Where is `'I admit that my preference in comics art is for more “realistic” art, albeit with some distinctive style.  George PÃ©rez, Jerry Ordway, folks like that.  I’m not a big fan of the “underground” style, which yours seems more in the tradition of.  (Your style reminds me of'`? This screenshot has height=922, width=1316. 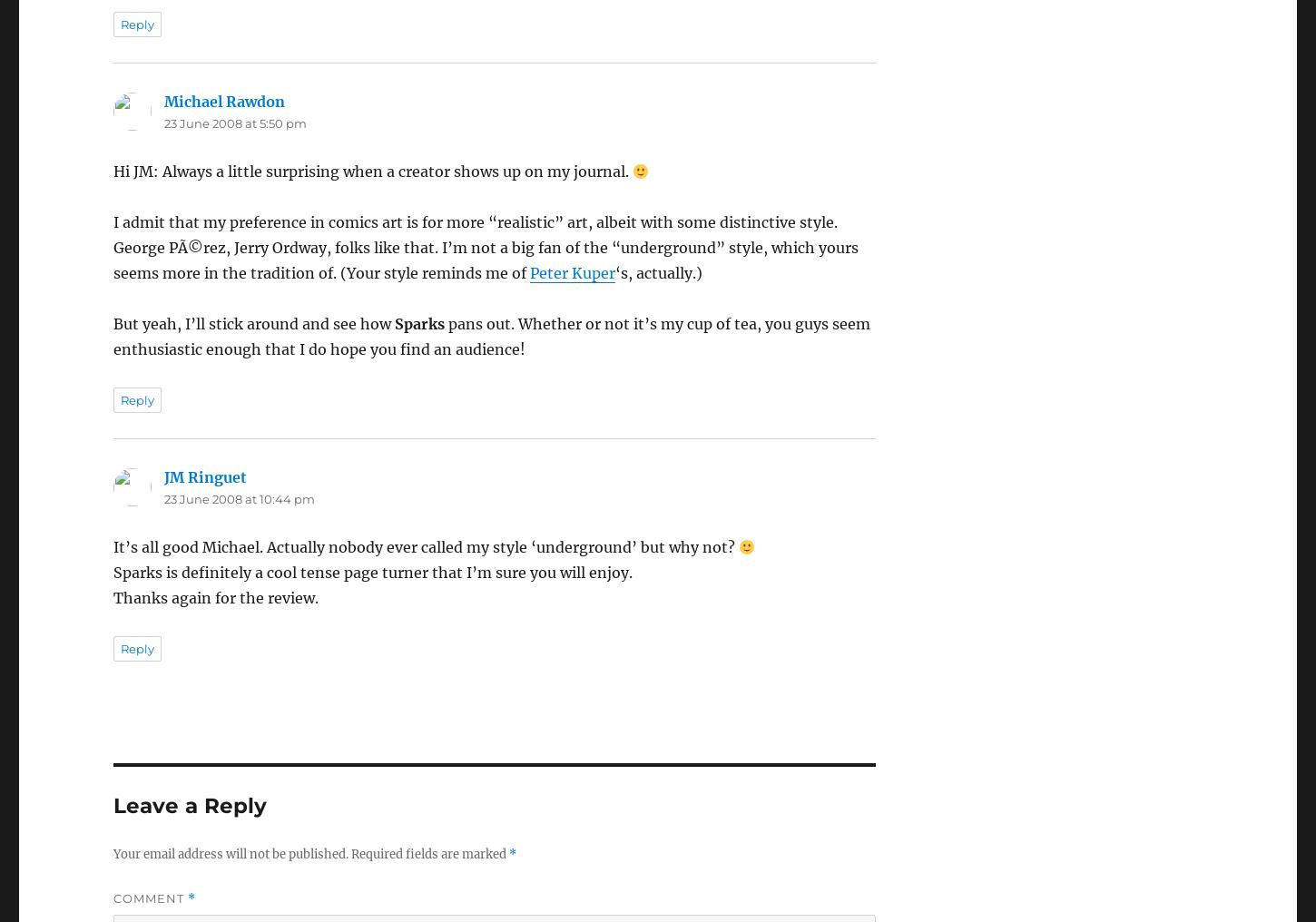 'I admit that my preference in comics art is for more “realistic” art, albeit with some distinctive style.  George PÃ©rez, Jerry Ordway, folks like that.  I’m not a big fan of the “underground” style, which yours seems more in the tradition of.  (Your style reminds me of' is located at coordinates (112, 246).